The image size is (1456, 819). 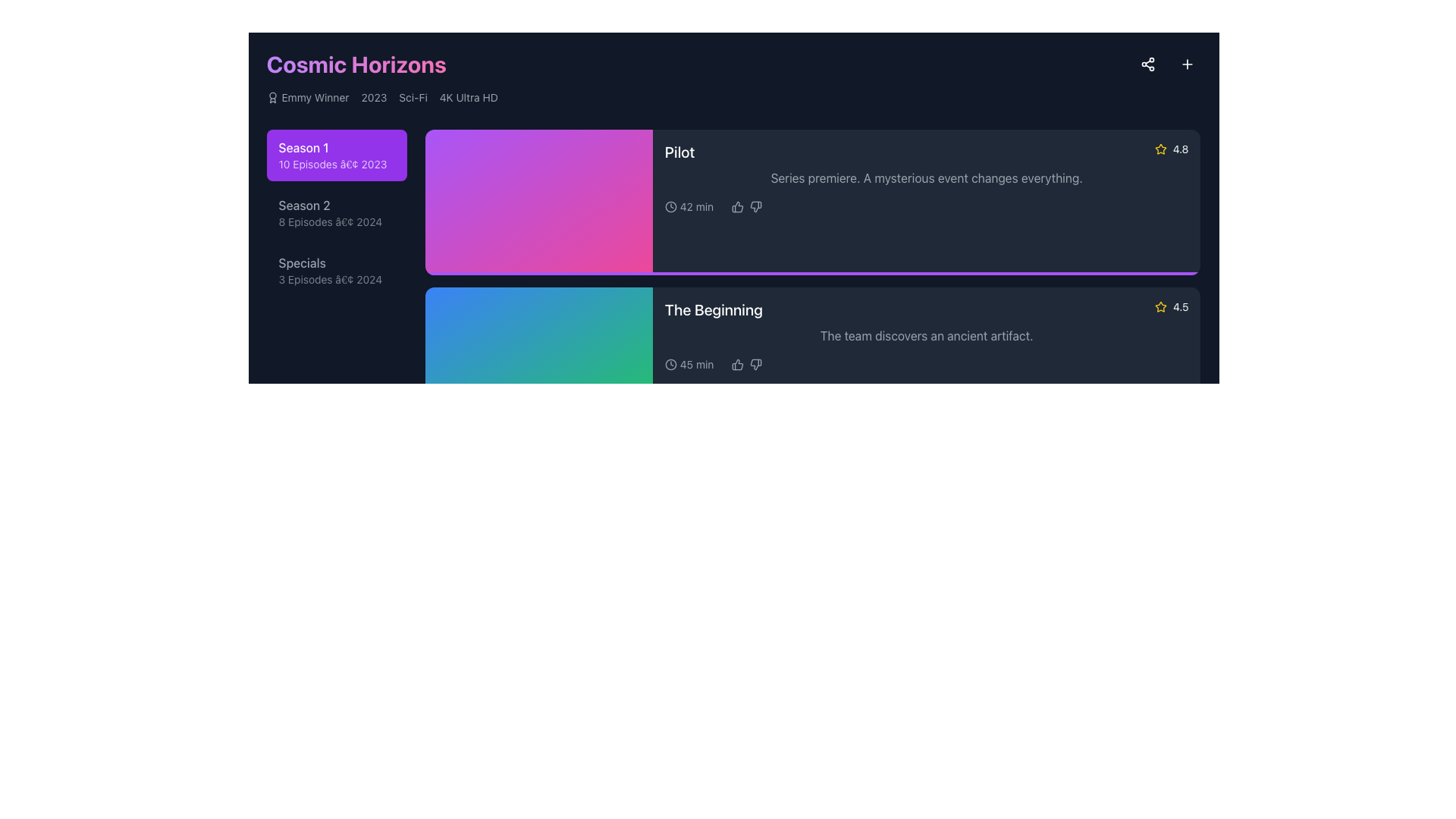 What do you see at coordinates (756, 365) in the screenshot?
I see `the Thumbs-Down icon` at bounding box center [756, 365].